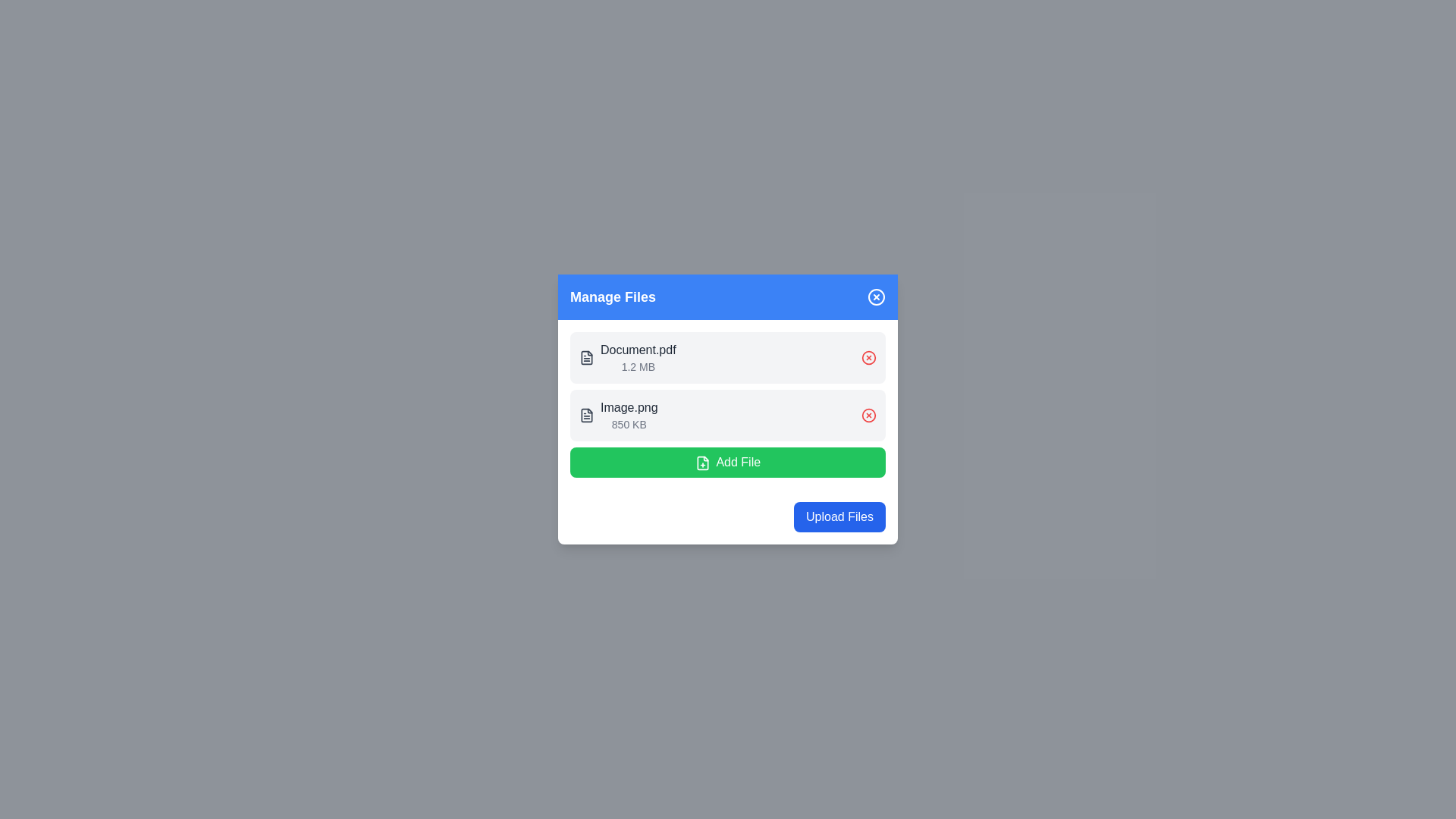  Describe the element at coordinates (638, 357) in the screenshot. I see `the Text label displaying the file name and size` at that location.